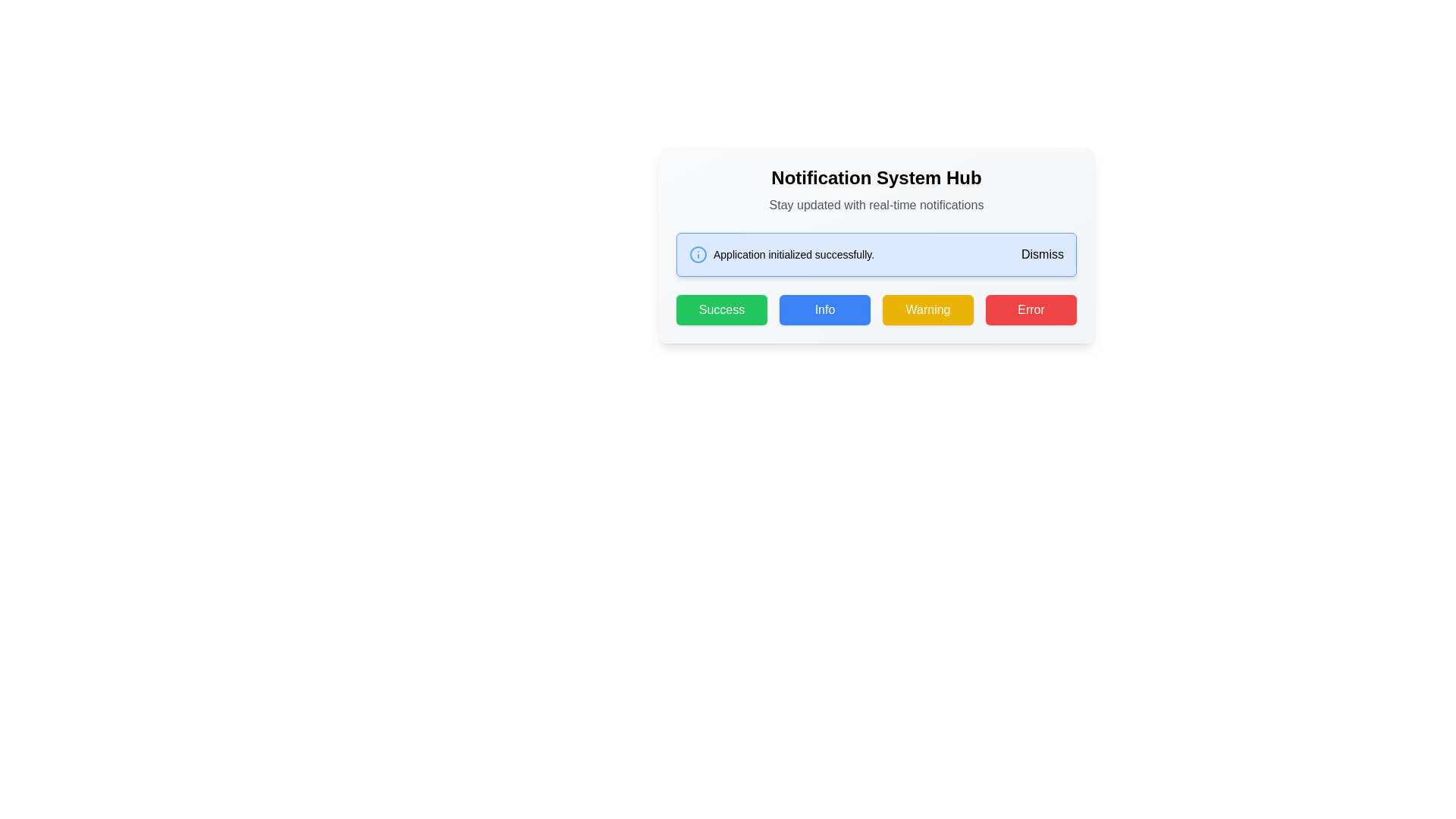  What do you see at coordinates (793, 253) in the screenshot?
I see `the notification message text label indicating successful initialization, which is located centrally within the notification card on the user interface` at bounding box center [793, 253].